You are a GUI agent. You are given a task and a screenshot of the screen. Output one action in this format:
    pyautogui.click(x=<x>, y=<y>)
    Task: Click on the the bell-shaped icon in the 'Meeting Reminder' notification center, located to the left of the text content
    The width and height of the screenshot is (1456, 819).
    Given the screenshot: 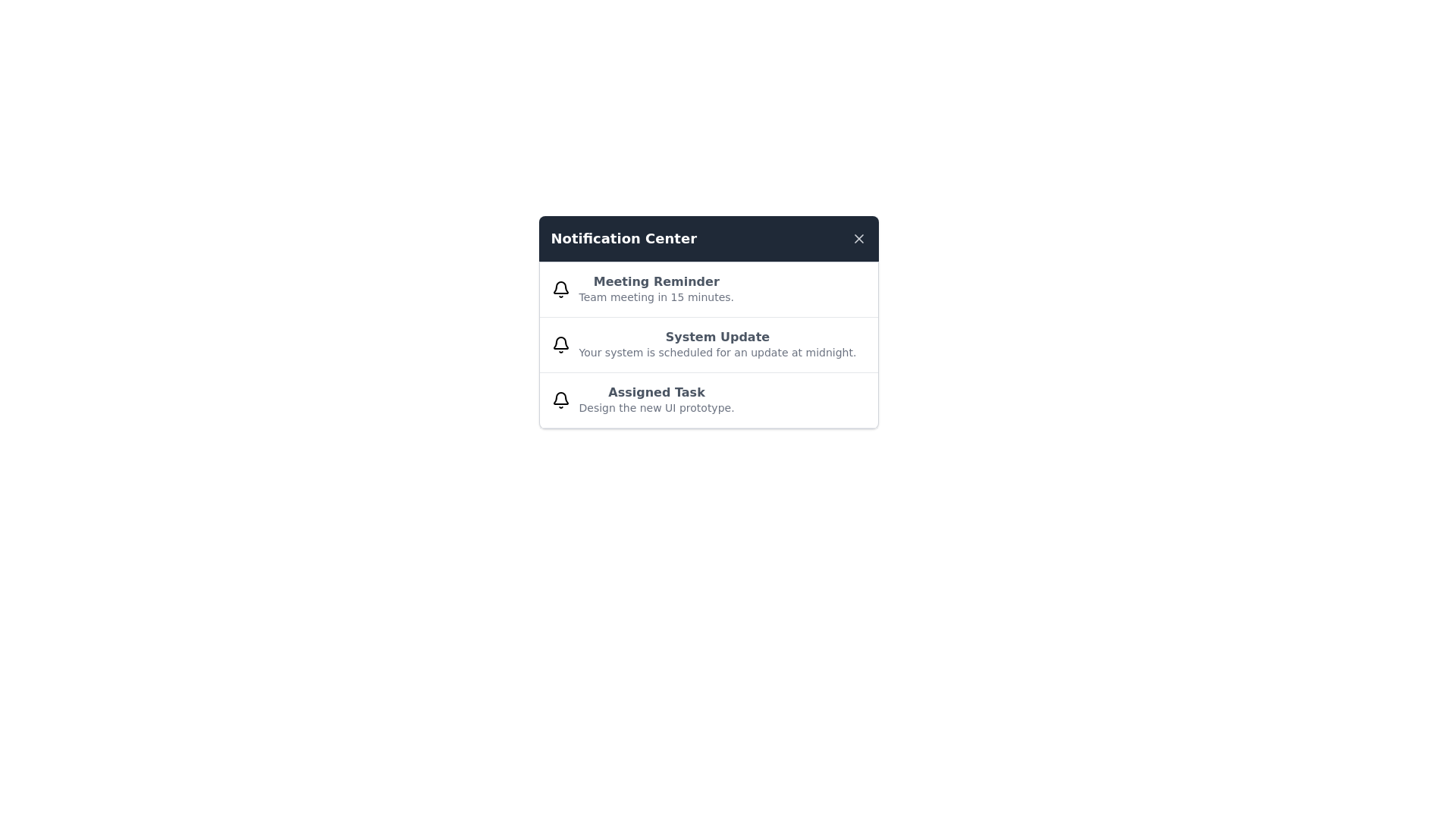 What is the action you would take?
    pyautogui.click(x=560, y=289)
    